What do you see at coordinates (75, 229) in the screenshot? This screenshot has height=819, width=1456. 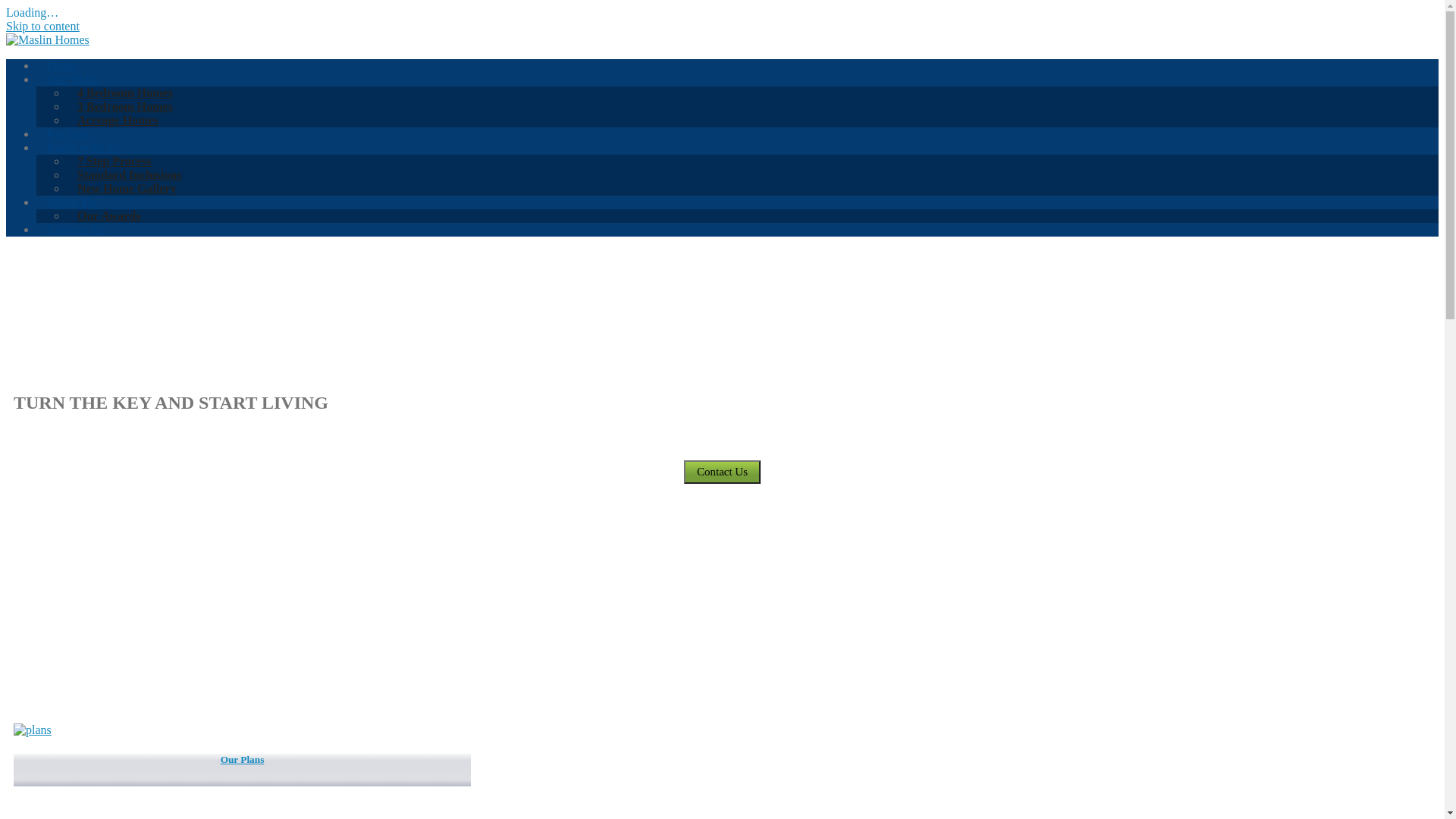 I see `'Contact Us'` at bounding box center [75, 229].